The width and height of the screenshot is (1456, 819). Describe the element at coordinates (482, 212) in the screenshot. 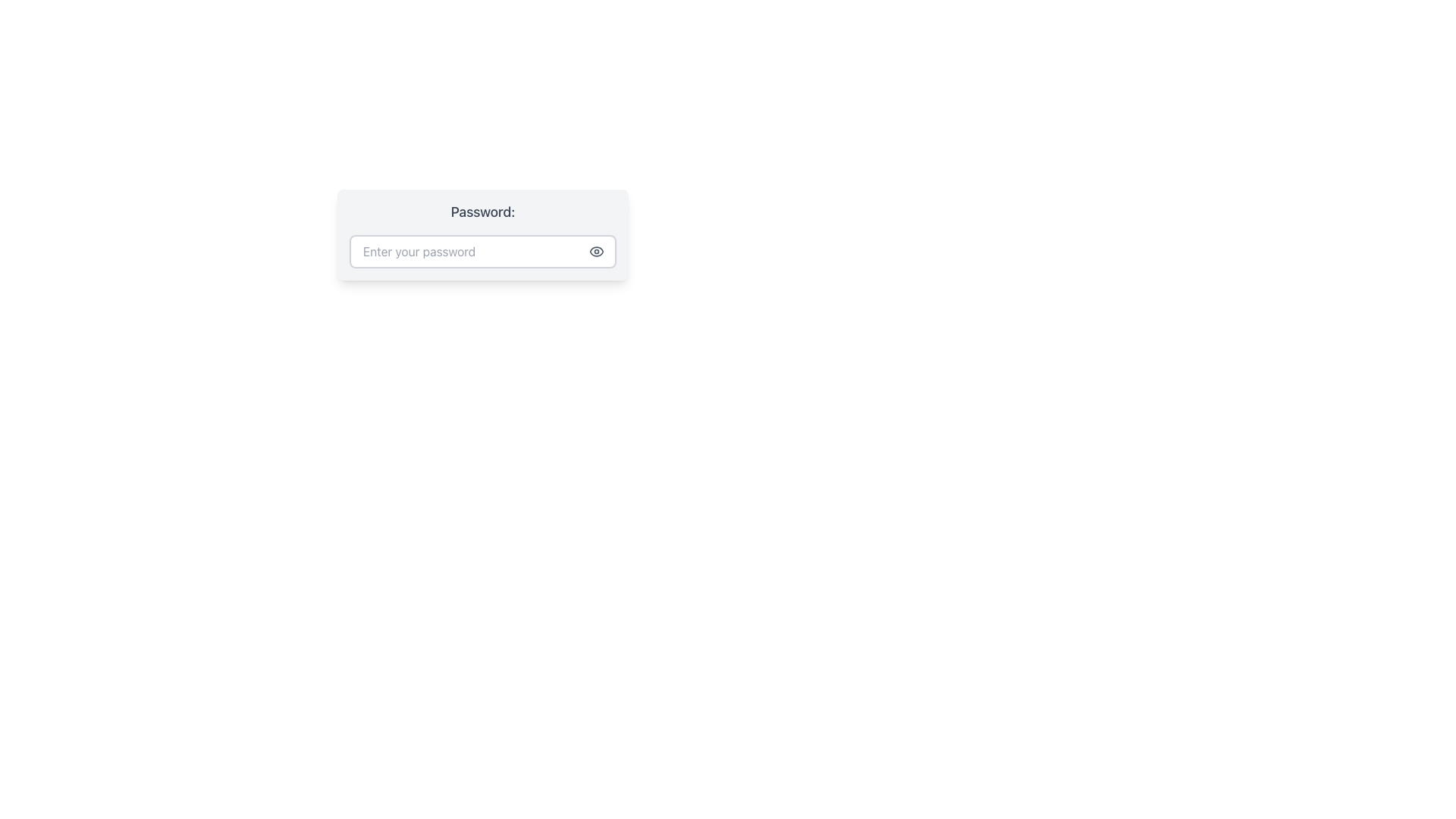

I see `the static text label that serves as a label for the password input field located directly above it` at that location.